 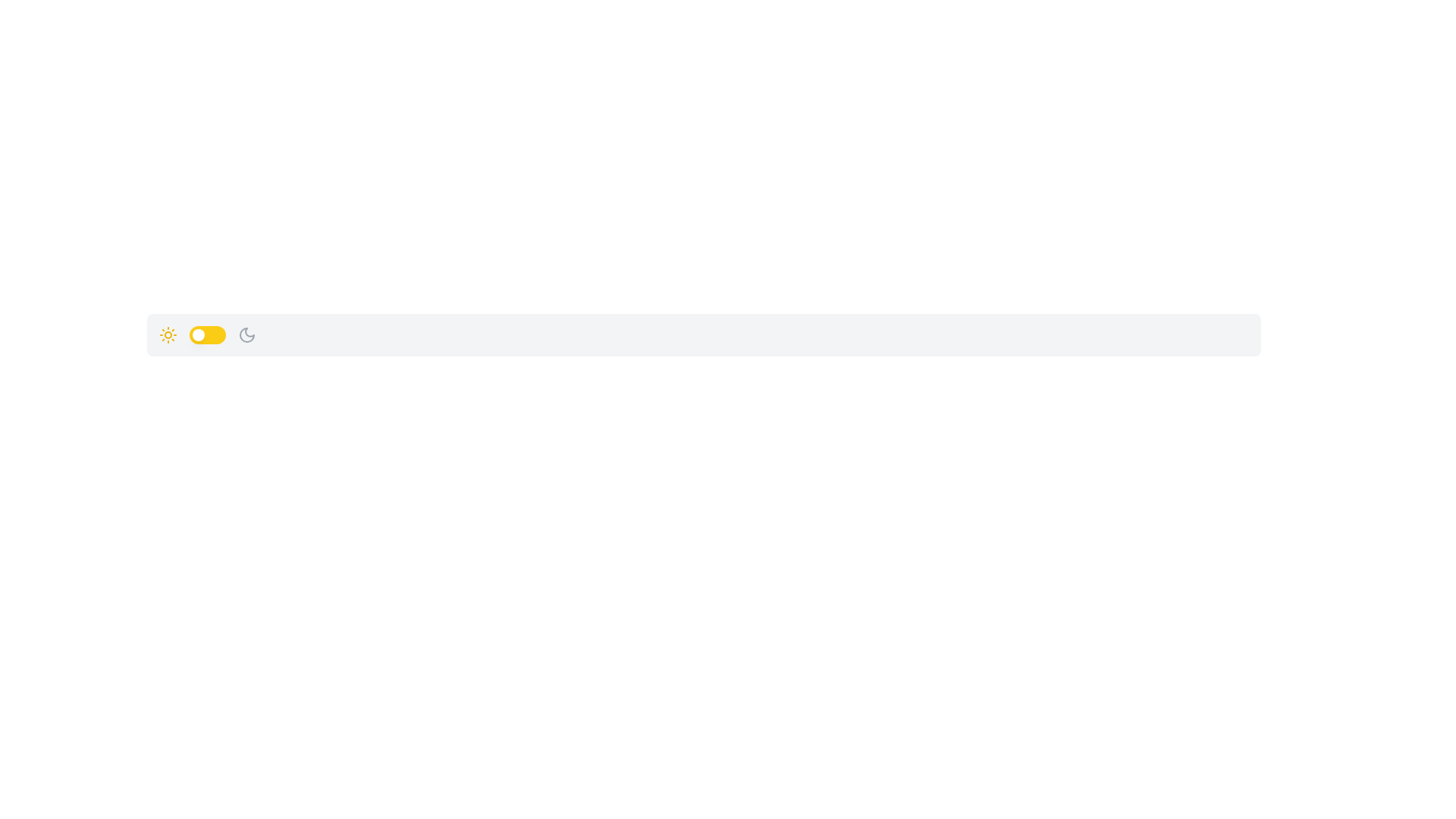 What do you see at coordinates (247, 334) in the screenshot?
I see `the crescent moon icon, which is gray and located in the navigation bar, typically for theme switching, adjacent to the toggle` at bounding box center [247, 334].